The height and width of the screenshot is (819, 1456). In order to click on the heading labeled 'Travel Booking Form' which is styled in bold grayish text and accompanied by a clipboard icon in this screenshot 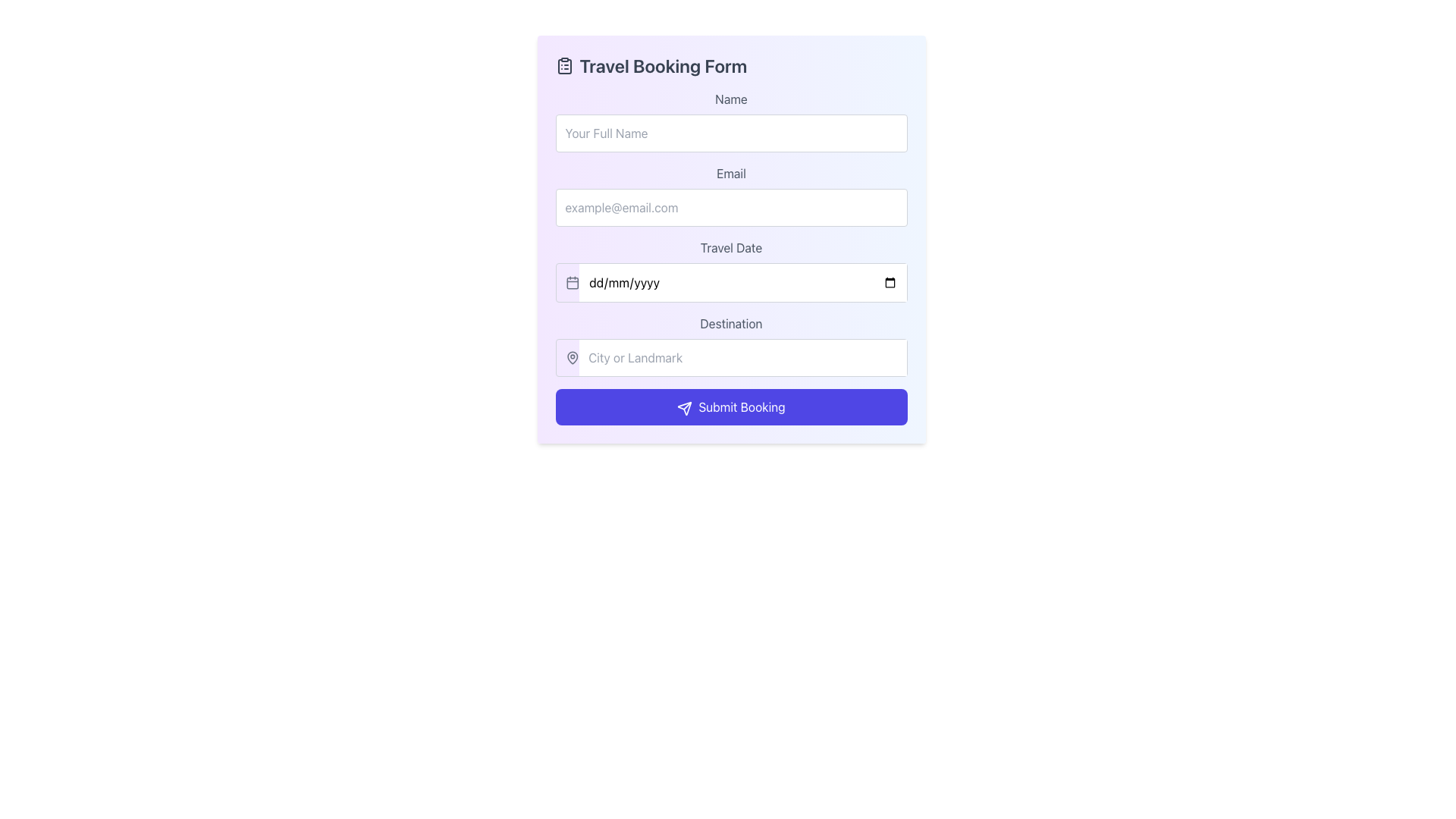, I will do `click(731, 65)`.